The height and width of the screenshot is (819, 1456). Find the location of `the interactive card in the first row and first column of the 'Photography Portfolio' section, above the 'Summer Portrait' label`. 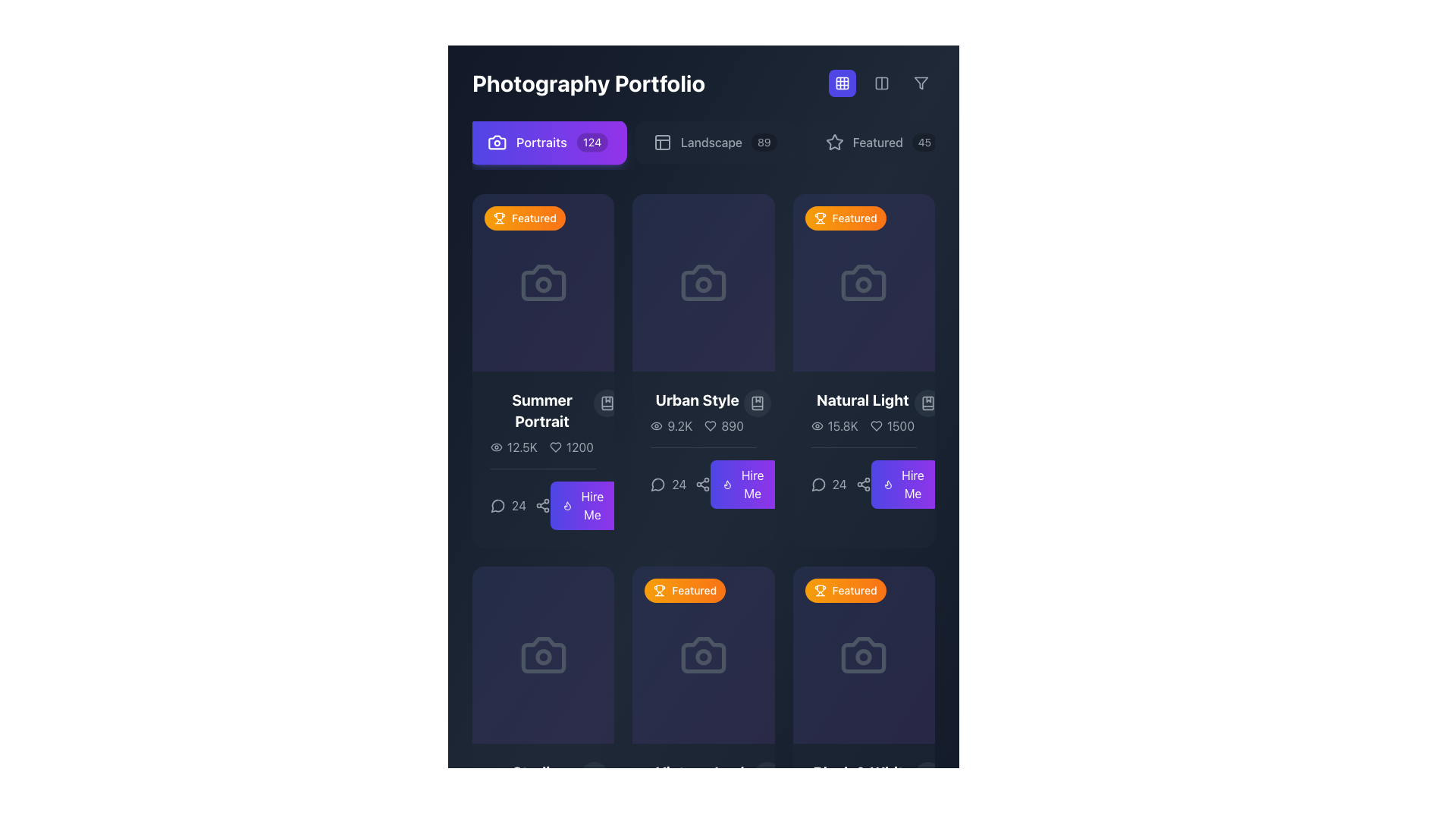

the interactive card in the first row and first column of the 'Photography Portfolio' section, above the 'Summer Portrait' label is located at coordinates (543, 283).